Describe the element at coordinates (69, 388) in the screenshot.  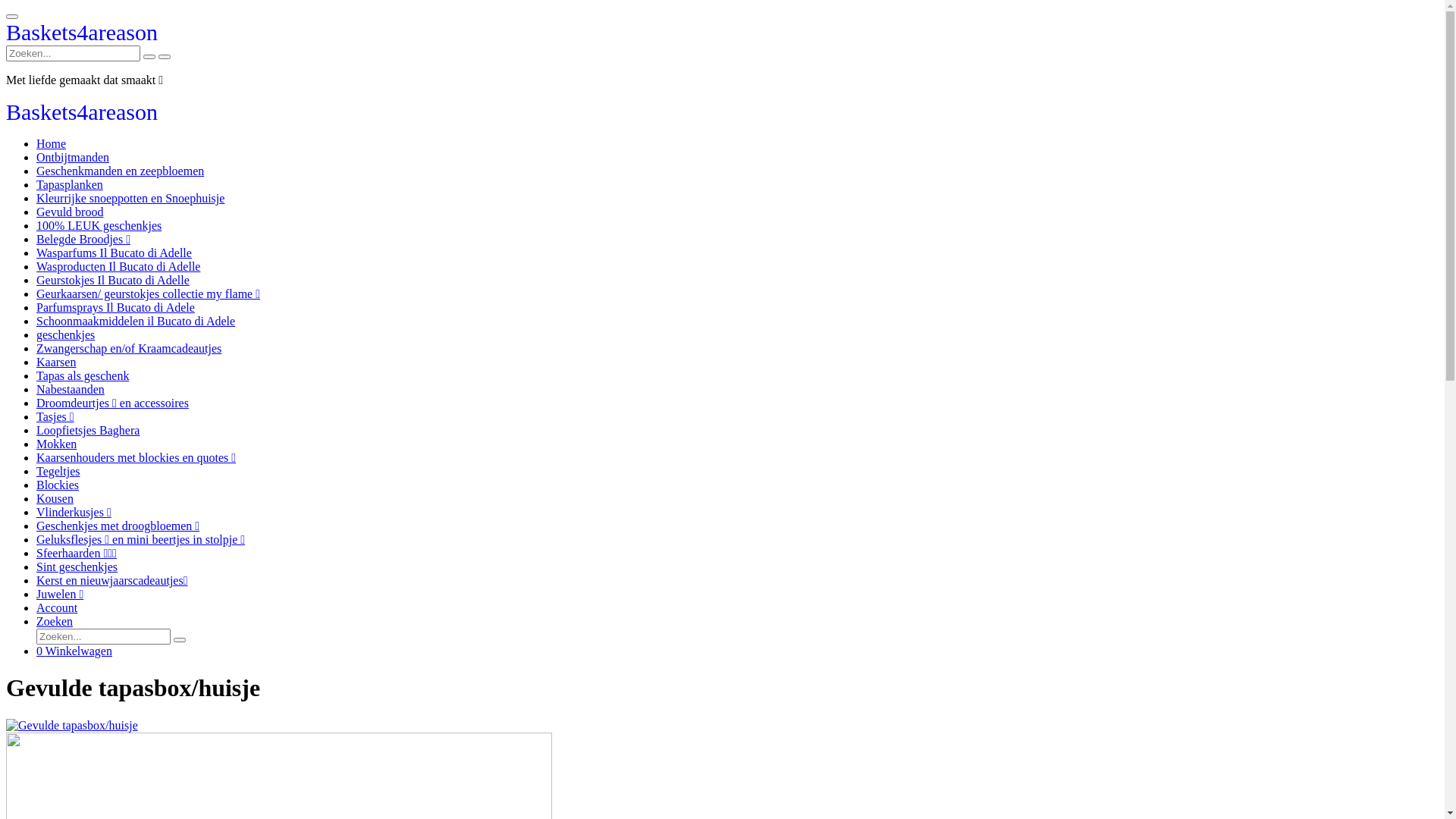
I see `'Nabestaanden'` at that location.